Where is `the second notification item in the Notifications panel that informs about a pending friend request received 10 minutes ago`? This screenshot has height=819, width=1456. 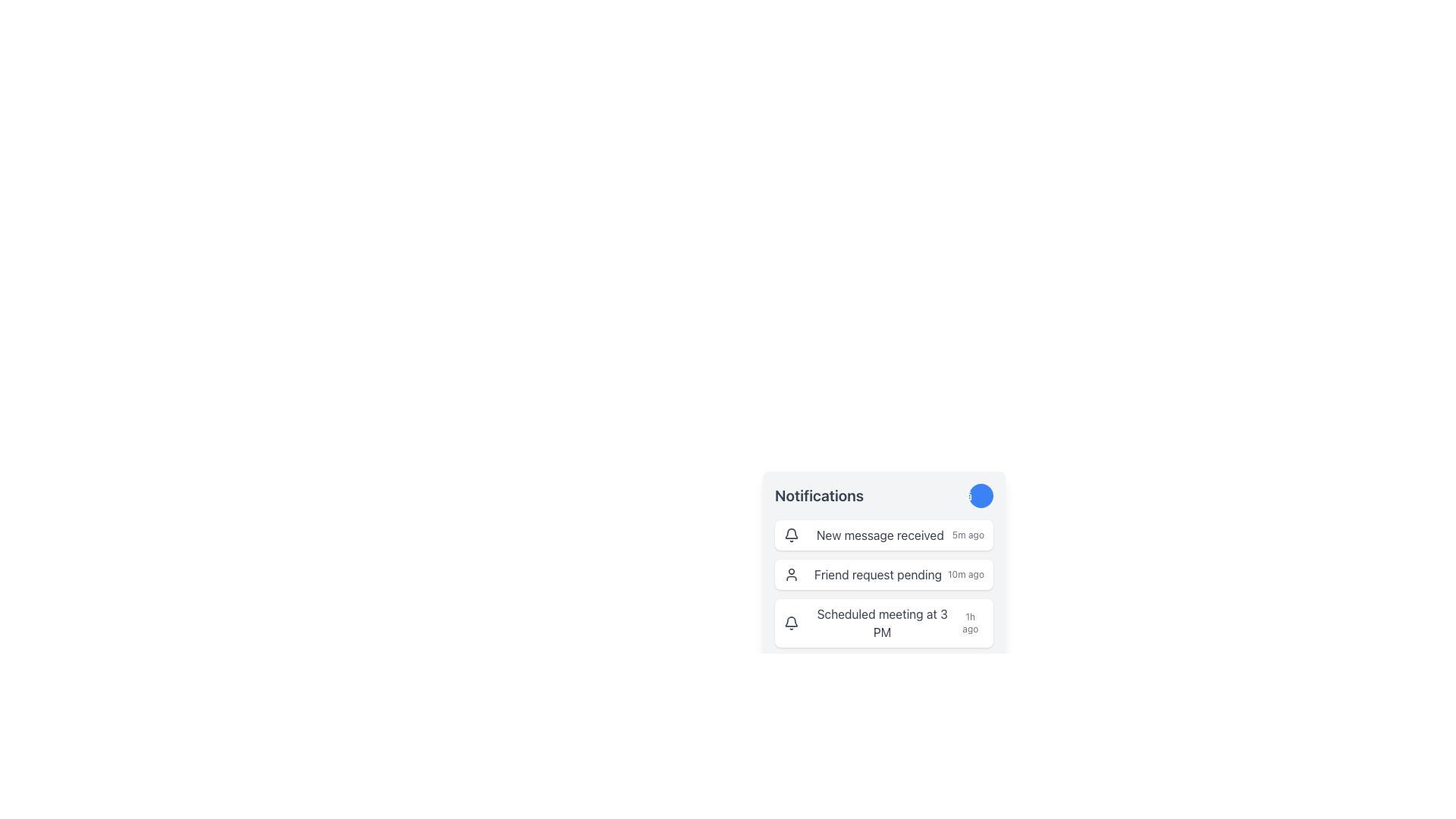
the second notification item in the Notifications panel that informs about a pending friend request received 10 minutes ago is located at coordinates (884, 583).